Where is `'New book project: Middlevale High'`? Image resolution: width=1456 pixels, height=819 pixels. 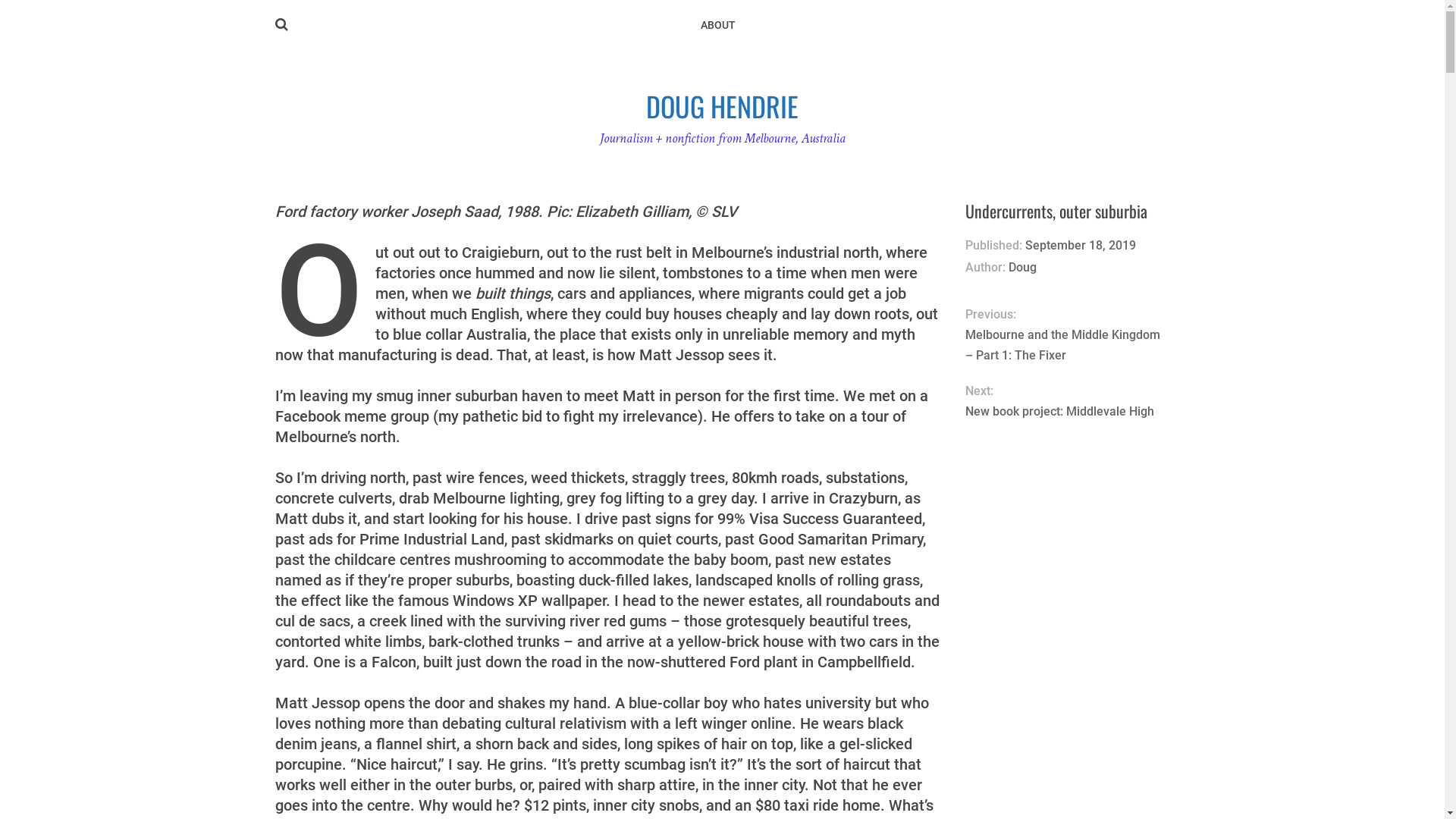 'New book project: Middlevale High' is located at coordinates (1066, 411).